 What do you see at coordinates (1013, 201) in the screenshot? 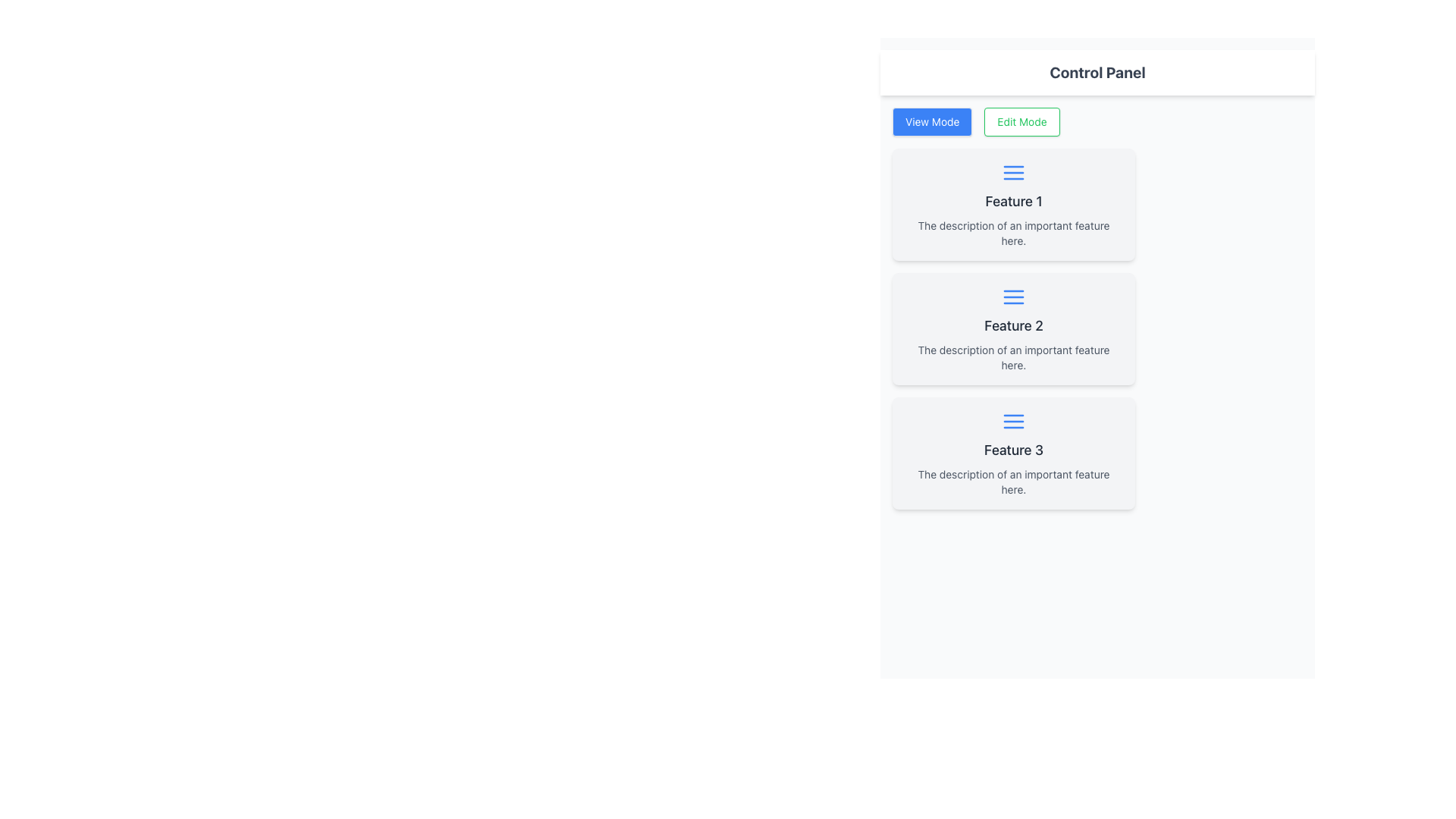
I see `the title or heading text element located in the first card of the vertically stacked cards, positioned below an icon and above descriptive text` at bounding box center [1013, 201].